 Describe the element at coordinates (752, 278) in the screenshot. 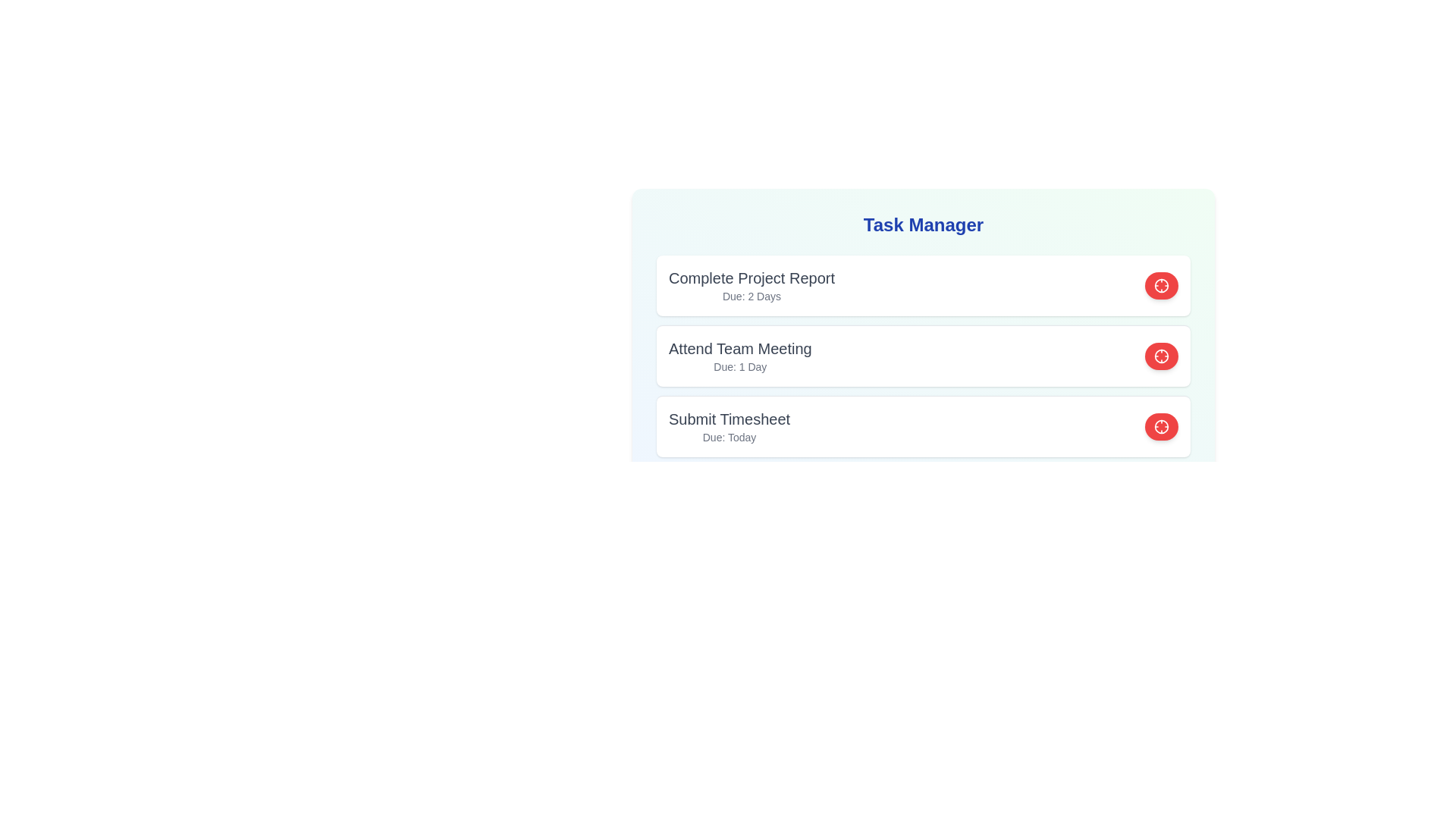

I see `the Text Label element in the Task Manager that serves as a header for a task, positioned in the first row of a vertically stacked list` at that location.